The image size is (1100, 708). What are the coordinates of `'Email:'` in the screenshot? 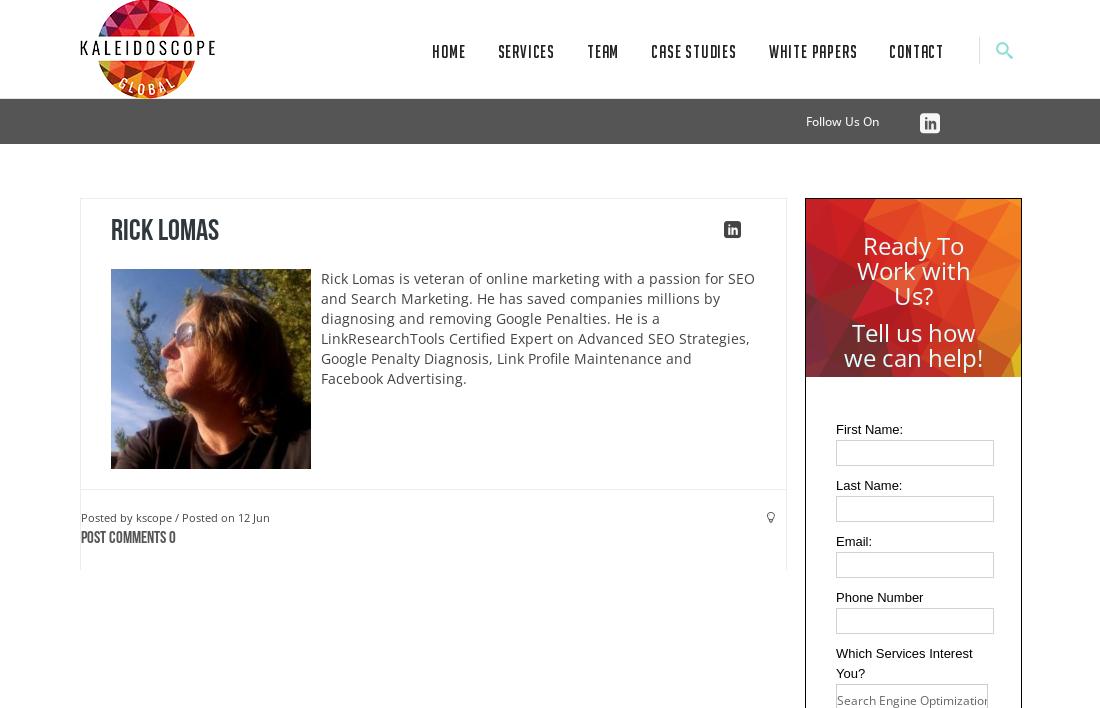 It's located at (853, 540).